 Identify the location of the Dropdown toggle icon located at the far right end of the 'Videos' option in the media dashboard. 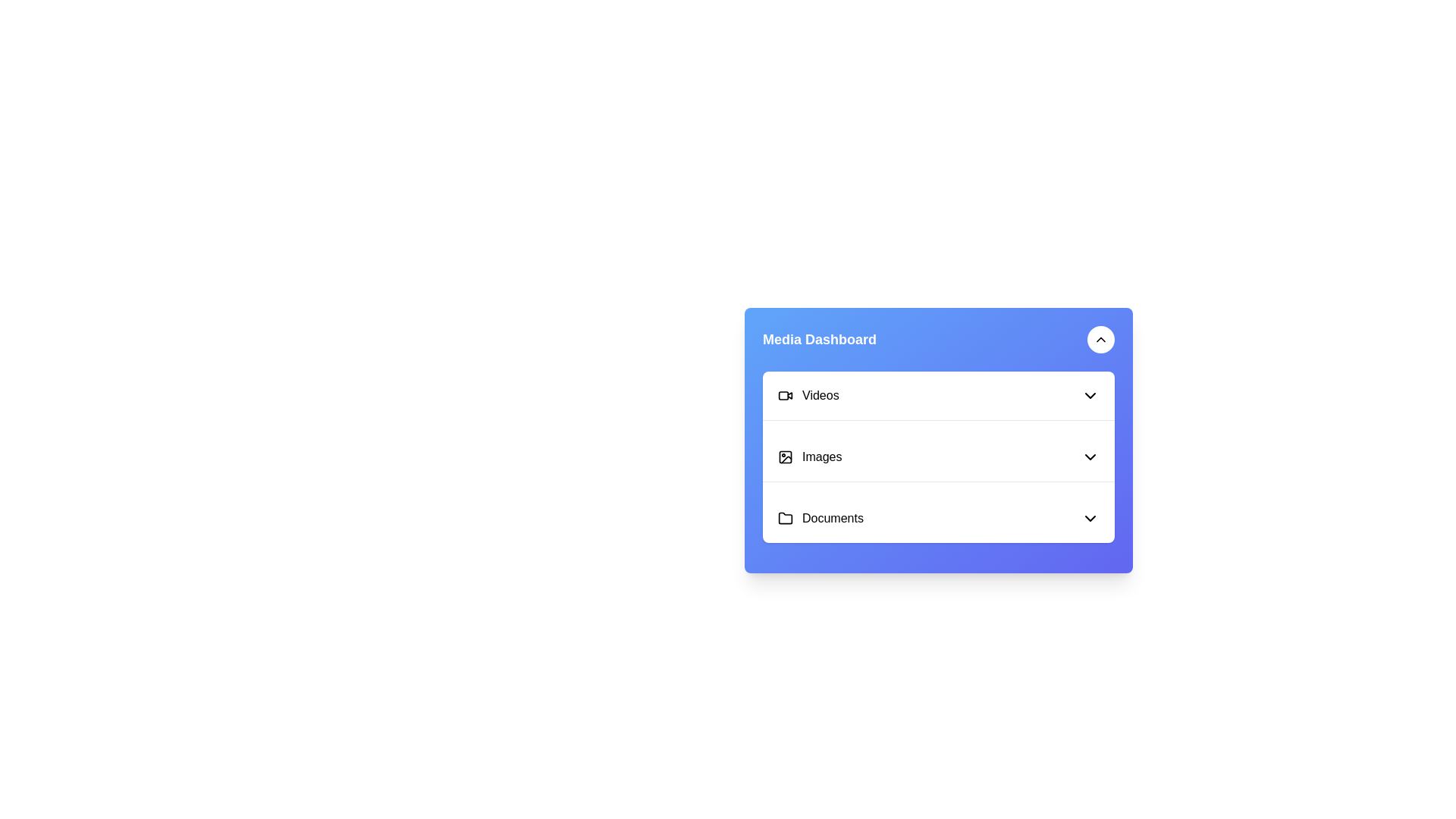
(1090, 394).